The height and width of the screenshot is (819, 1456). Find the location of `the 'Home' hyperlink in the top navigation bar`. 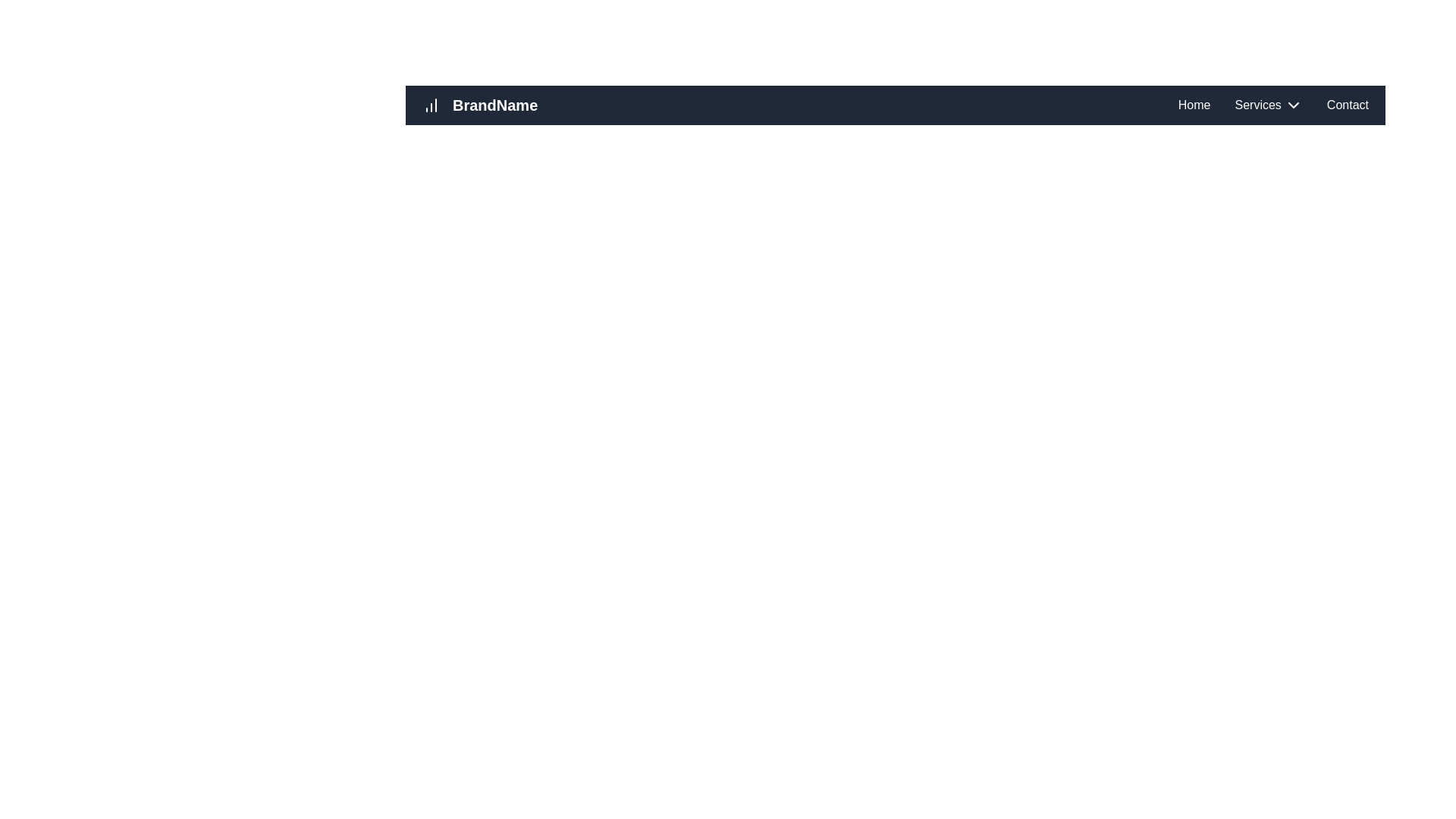

the 'Home' hyperlink in the top navigation bar is located at coordinates (1194, 104).